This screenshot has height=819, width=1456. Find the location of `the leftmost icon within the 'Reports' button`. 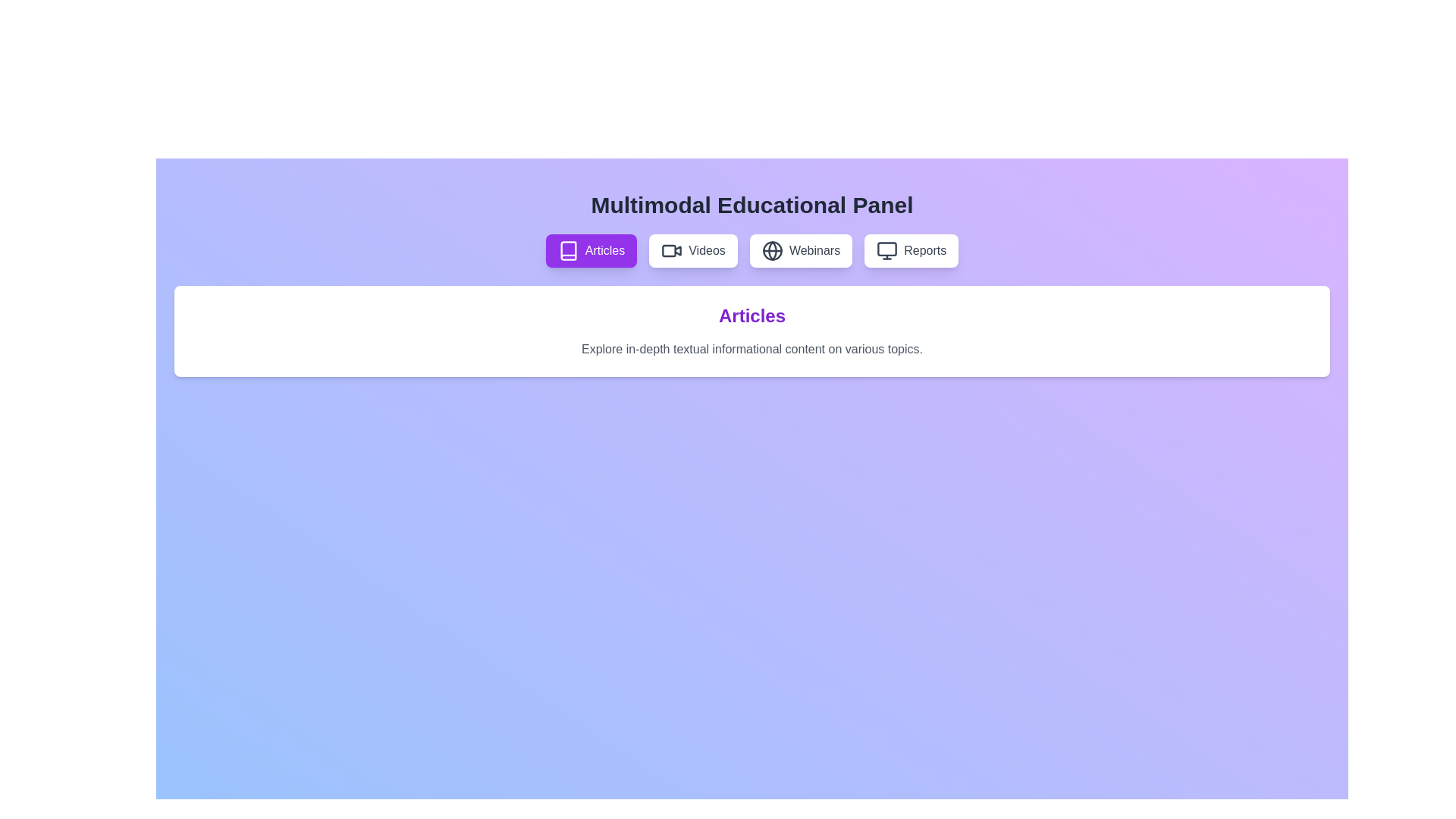

the leftmost icon within the 'Reports' button is located at coordinates (887, 250).